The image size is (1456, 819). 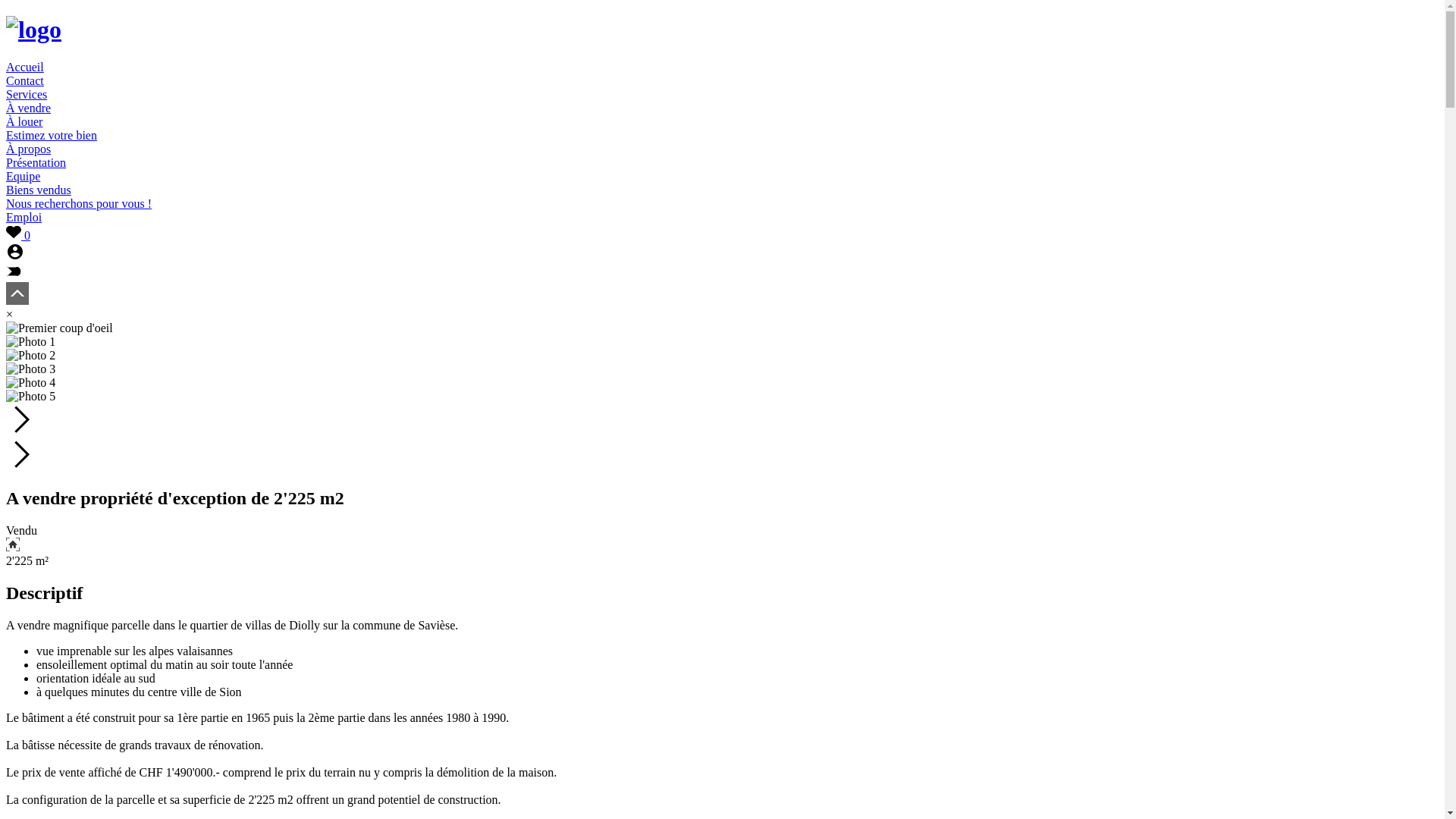 I want to click on 'Biens vendus', so click(x=39, y=189).